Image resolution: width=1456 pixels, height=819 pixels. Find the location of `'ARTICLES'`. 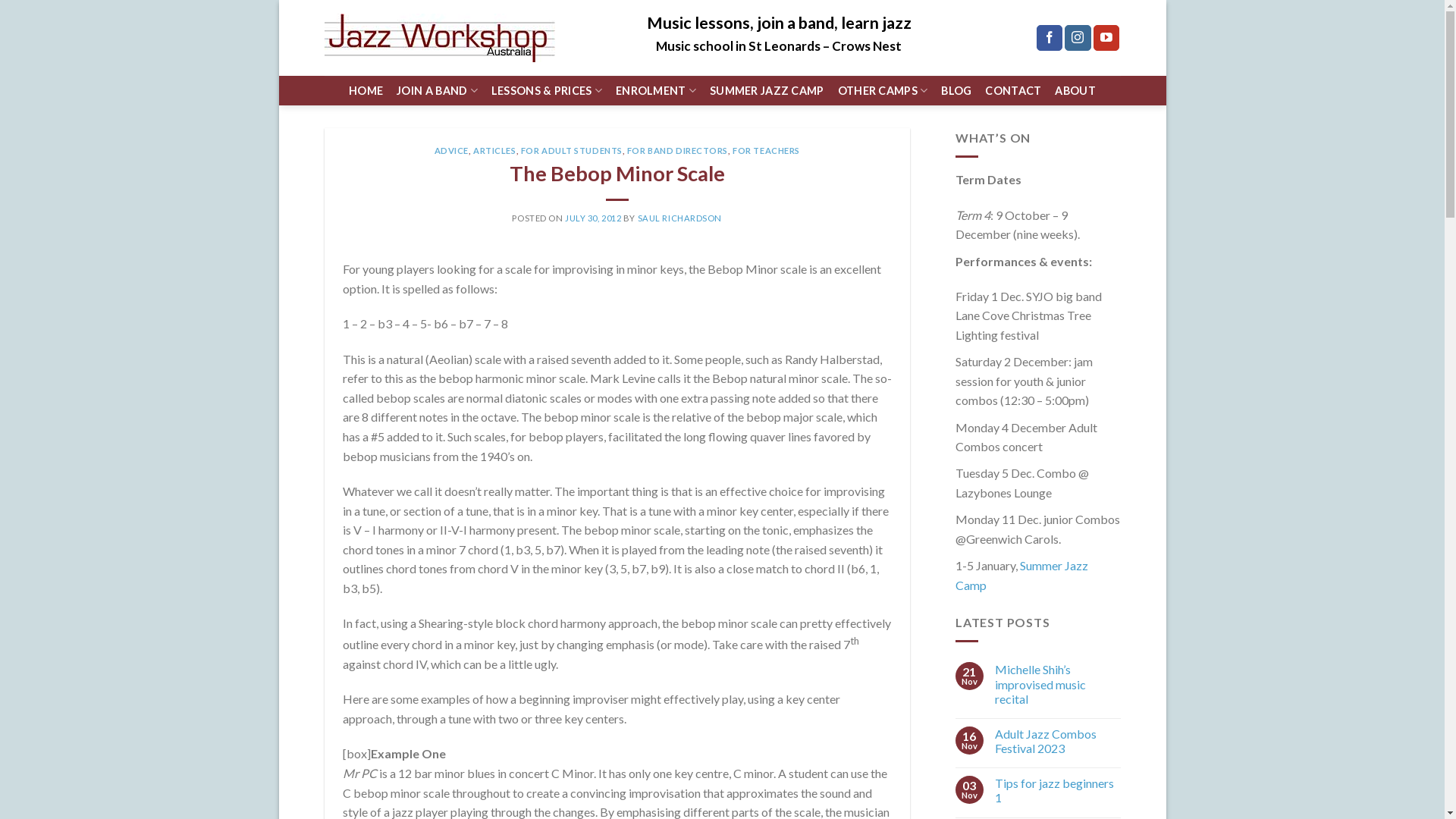

'ARTICLES' is located at coordinates (472, 150).